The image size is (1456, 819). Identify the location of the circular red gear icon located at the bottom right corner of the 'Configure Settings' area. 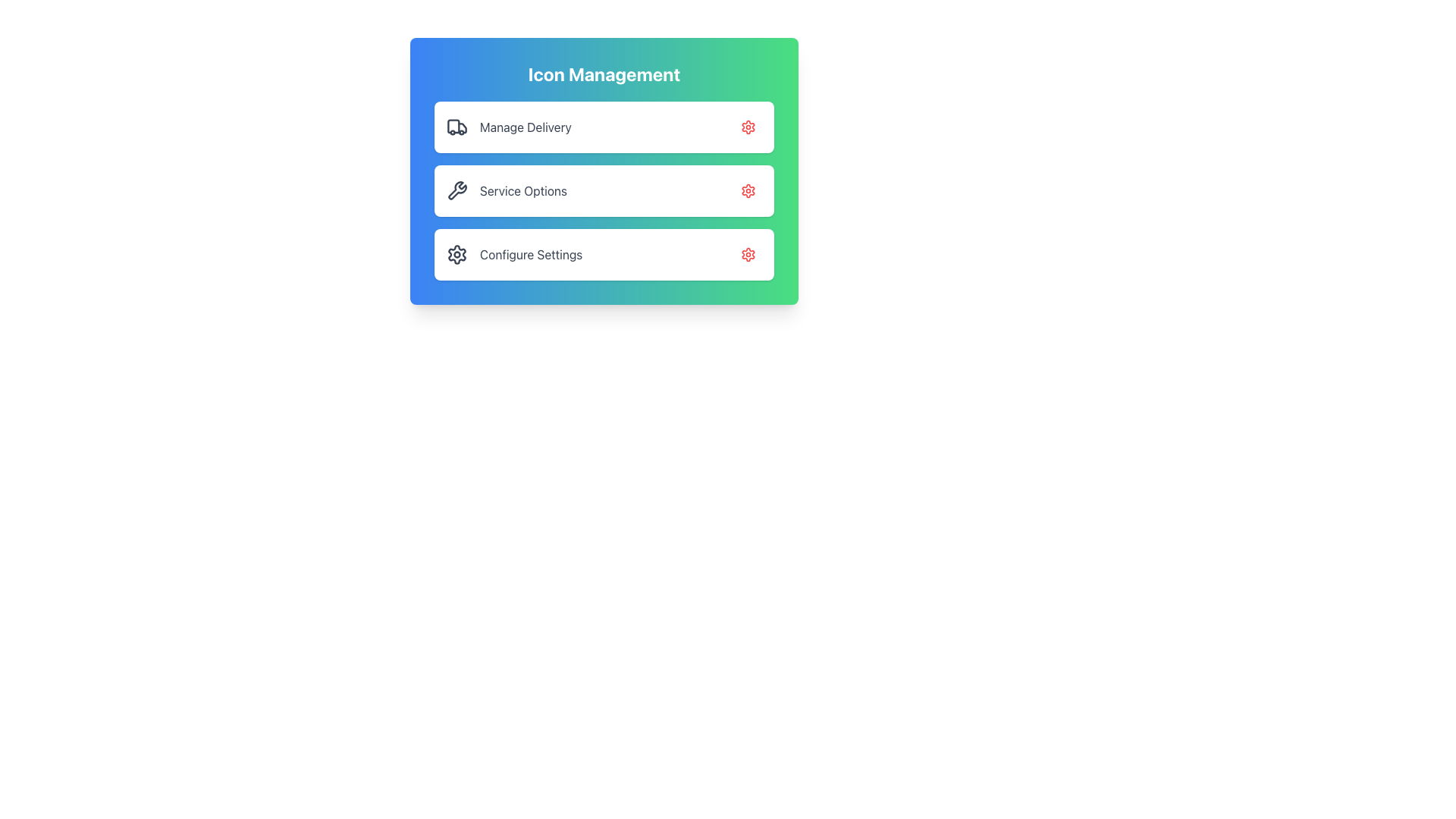
(748, 253).